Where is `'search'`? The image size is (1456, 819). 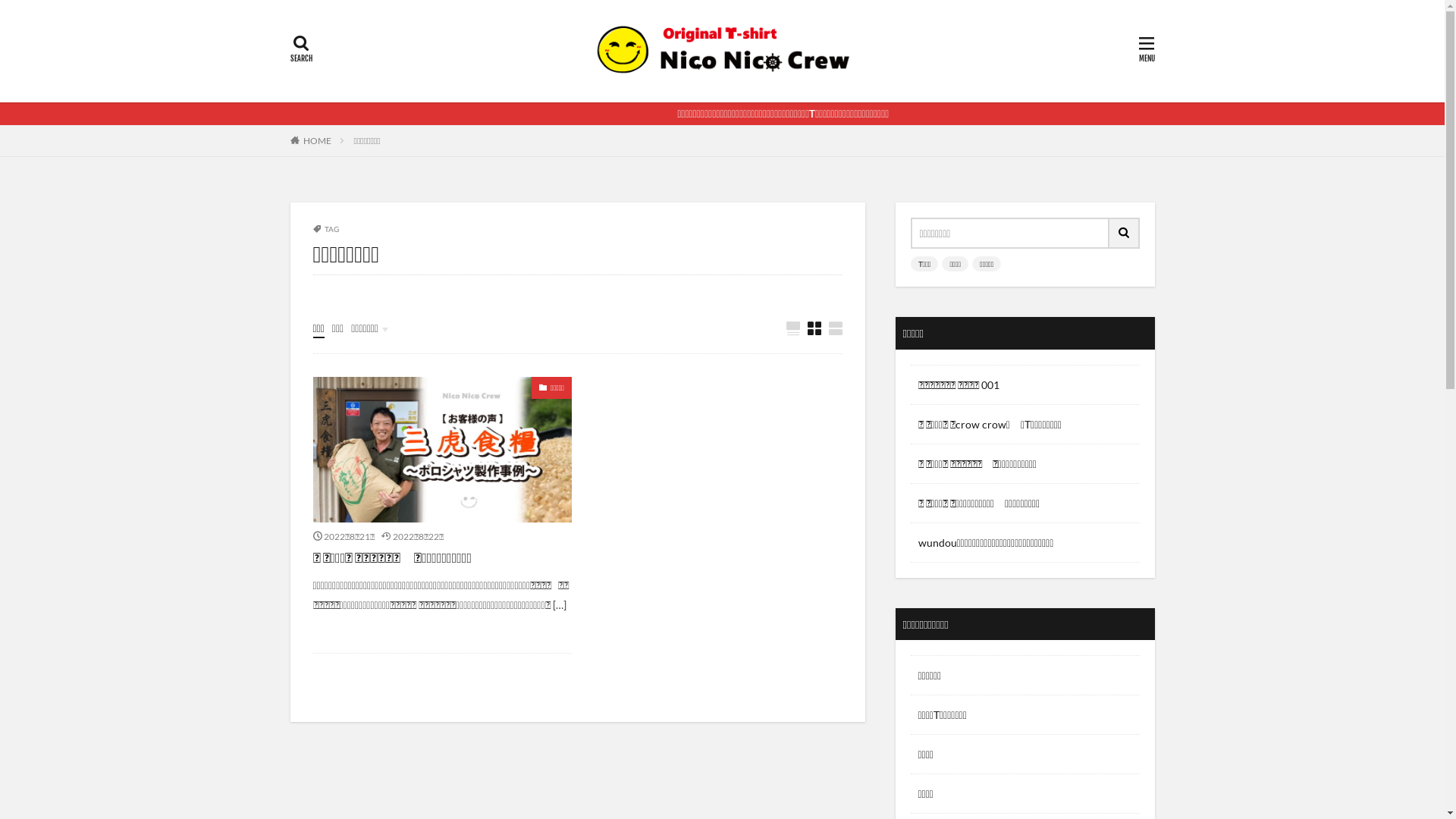 'search' is located at coordinates (1124, 233).